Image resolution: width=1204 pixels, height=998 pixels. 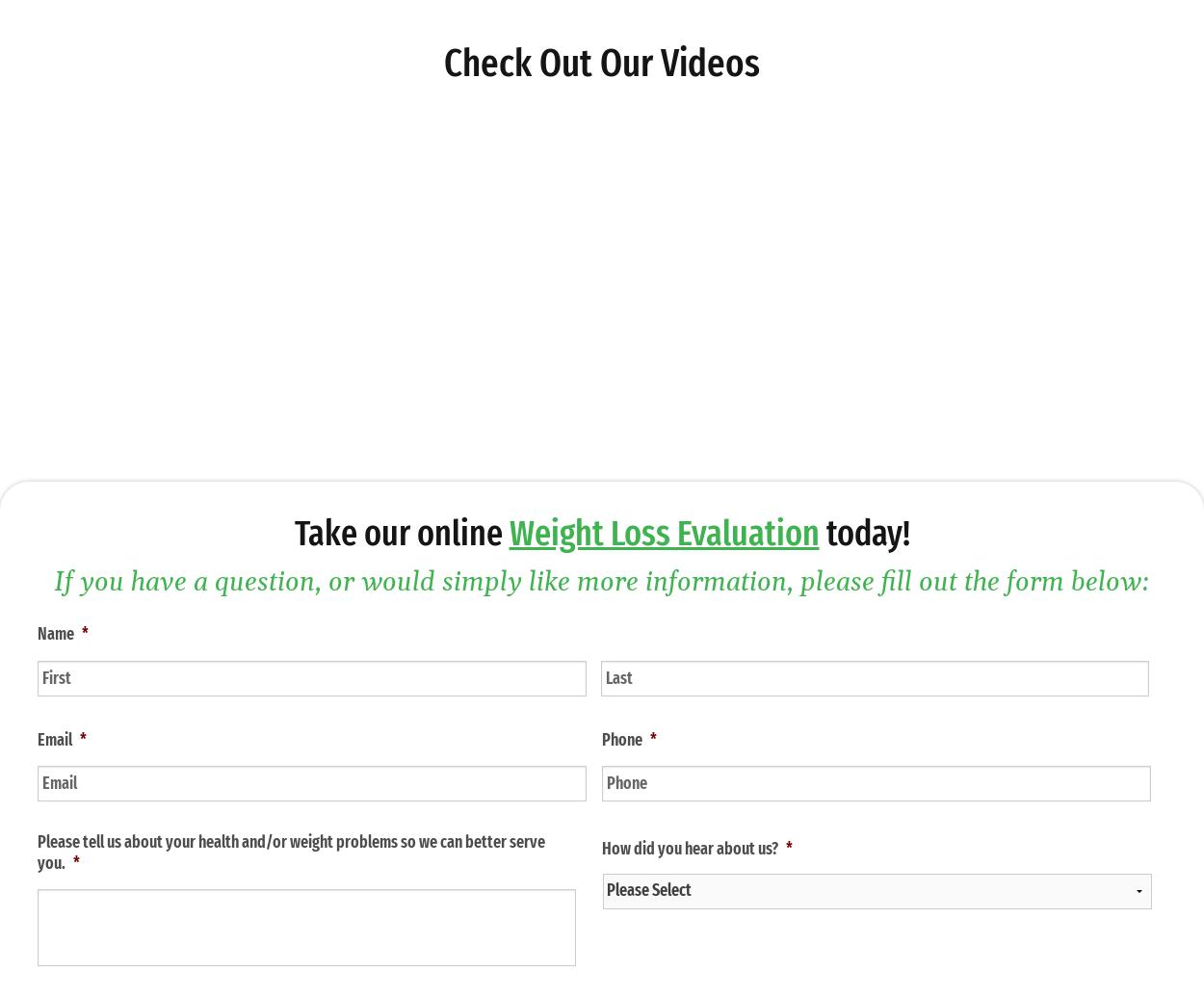 I want to click on 'Name', so click(x=55, y=634).